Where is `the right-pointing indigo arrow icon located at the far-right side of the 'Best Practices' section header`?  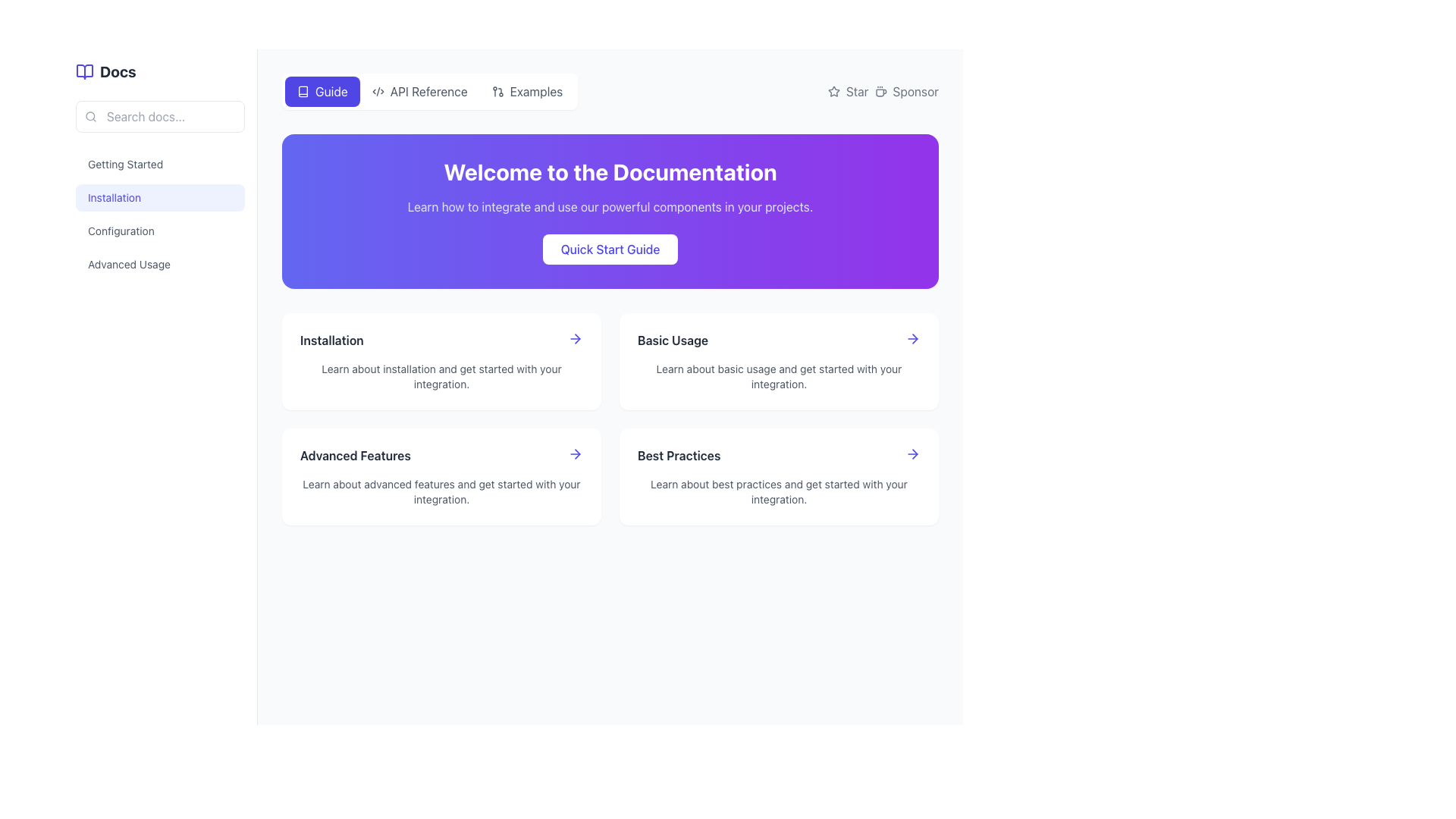
the right-pointing indigo arrow icon located at the far-right side of the 'Best Practices' section header is located at coordinates (912, 453).